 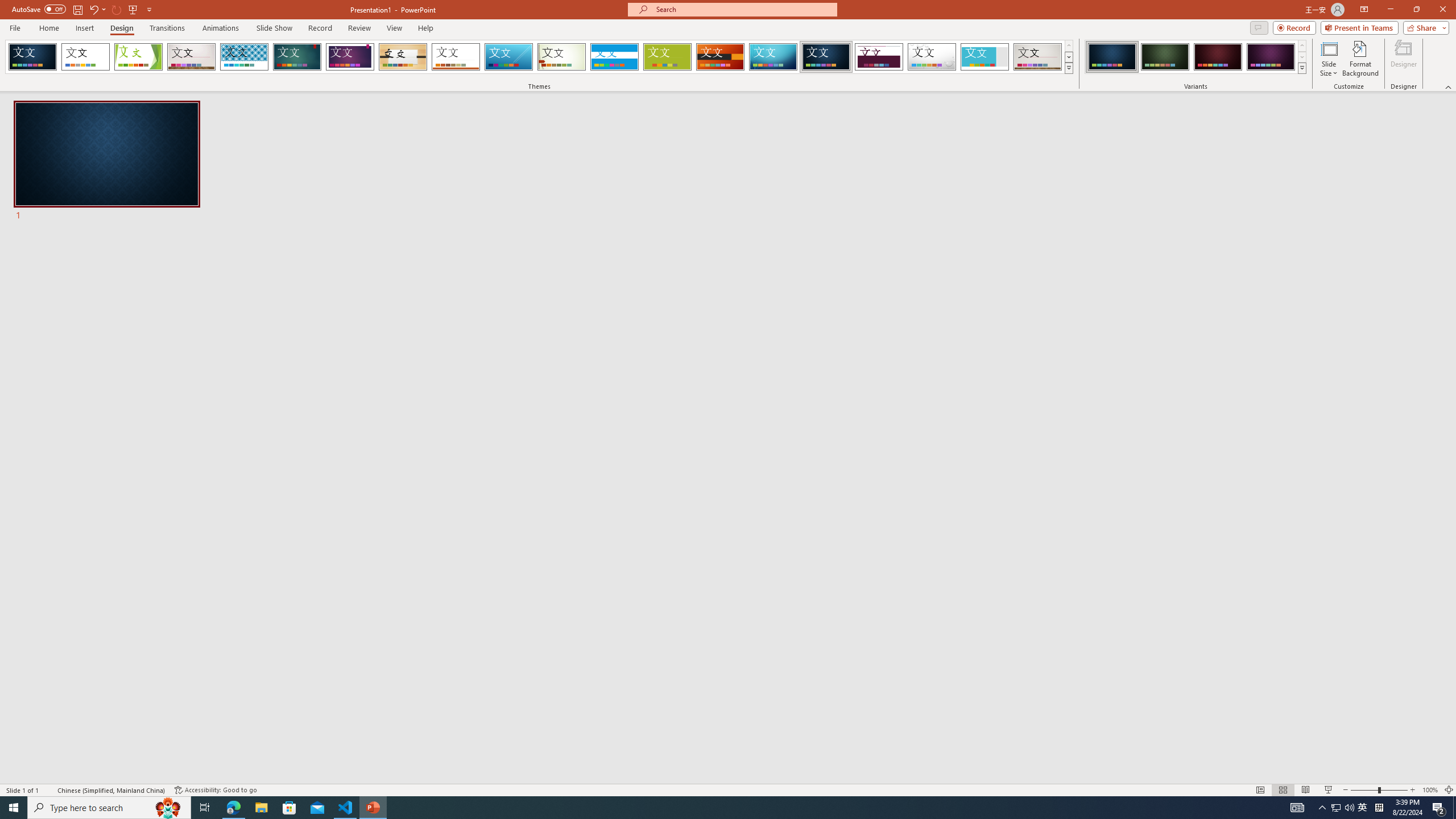 What do you see at coordinates (879, 56) in the screenshot?
I see `'Dividend Loading Preview...'` at bounding box center [879, 56].